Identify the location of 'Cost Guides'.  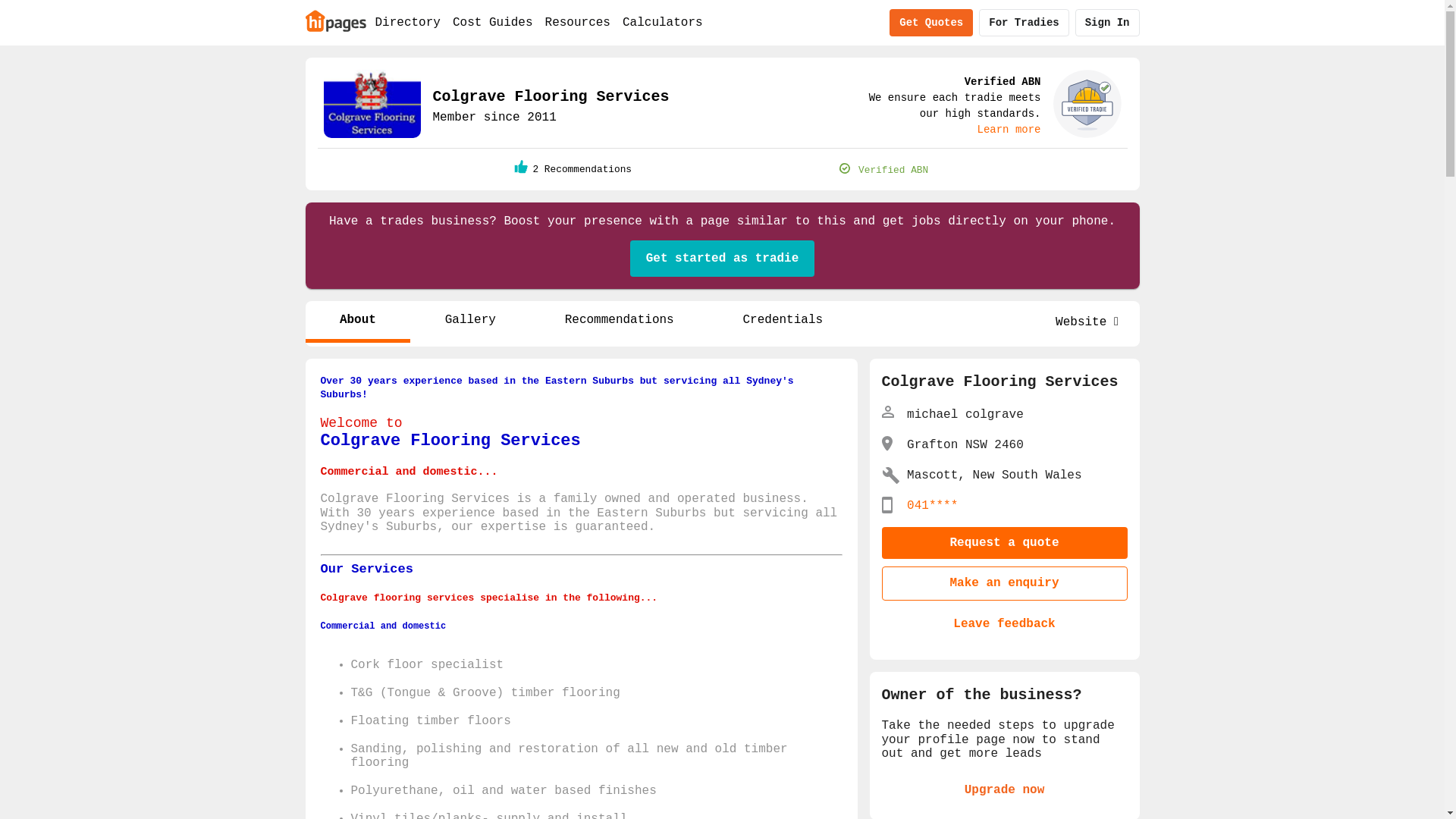
(492, 23).